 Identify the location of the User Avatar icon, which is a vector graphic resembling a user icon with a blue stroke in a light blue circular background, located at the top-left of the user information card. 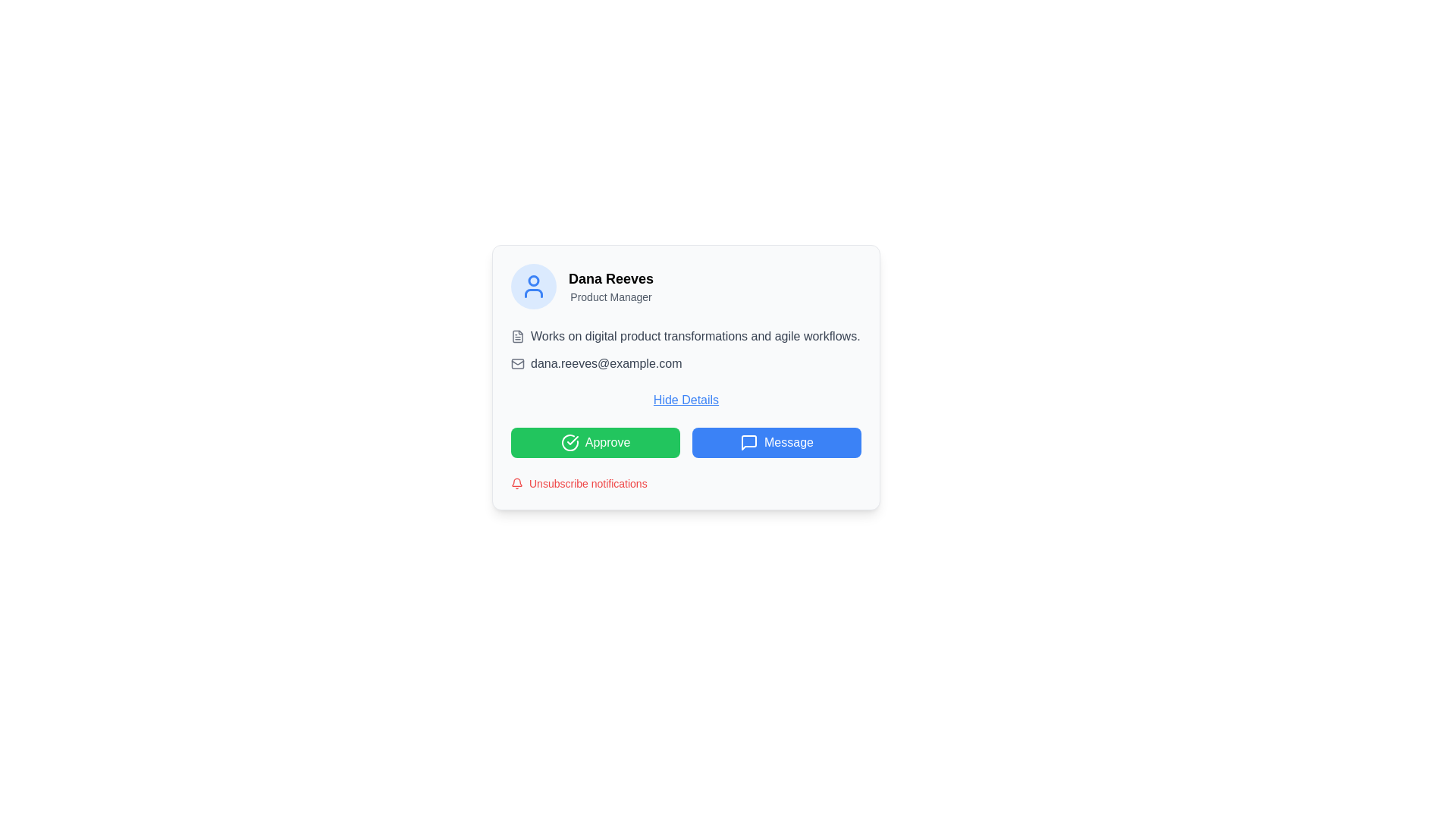
(534, 287).